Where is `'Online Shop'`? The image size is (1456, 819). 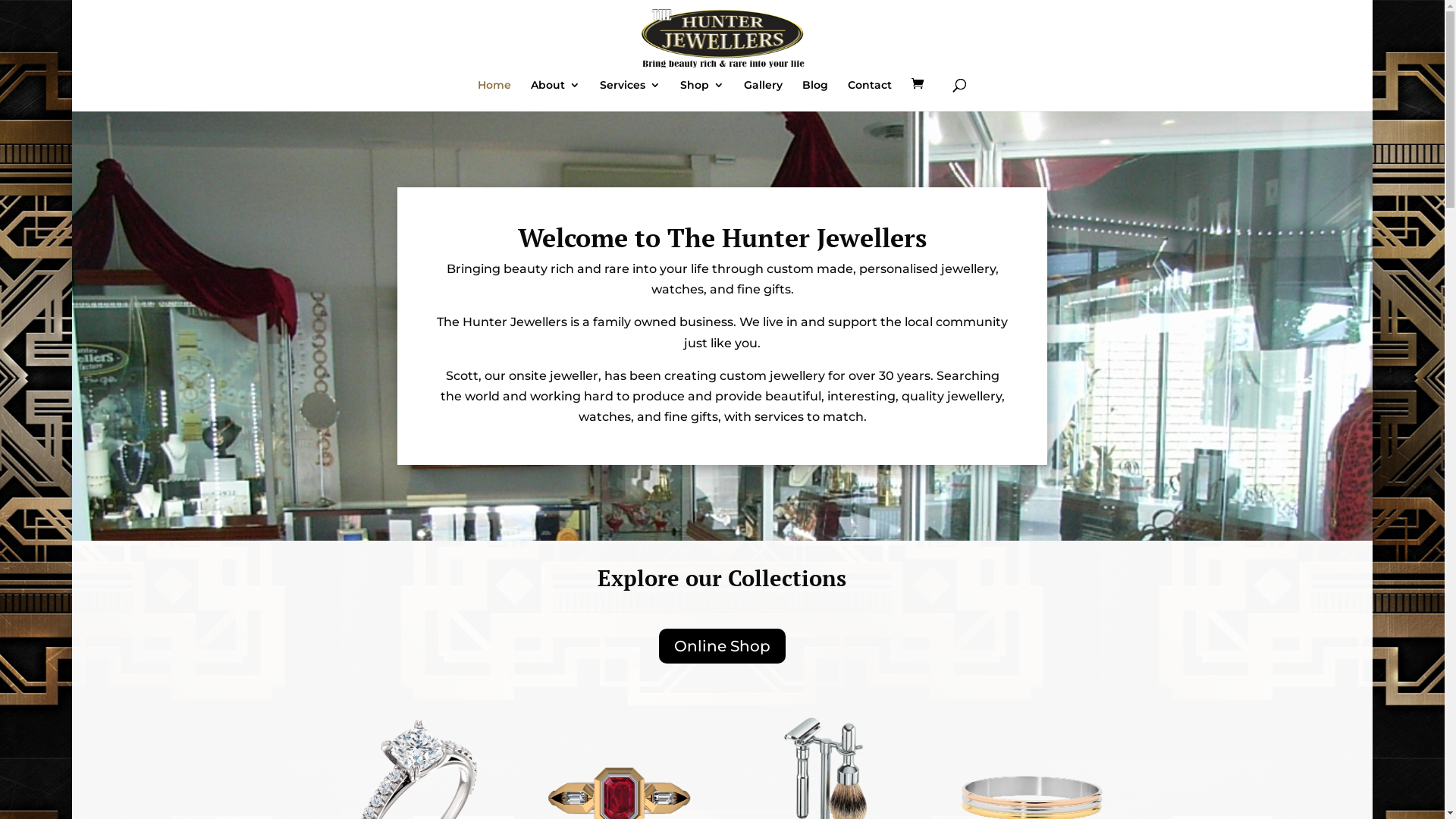
'Online Shop' is located at coordinates (658, 646).